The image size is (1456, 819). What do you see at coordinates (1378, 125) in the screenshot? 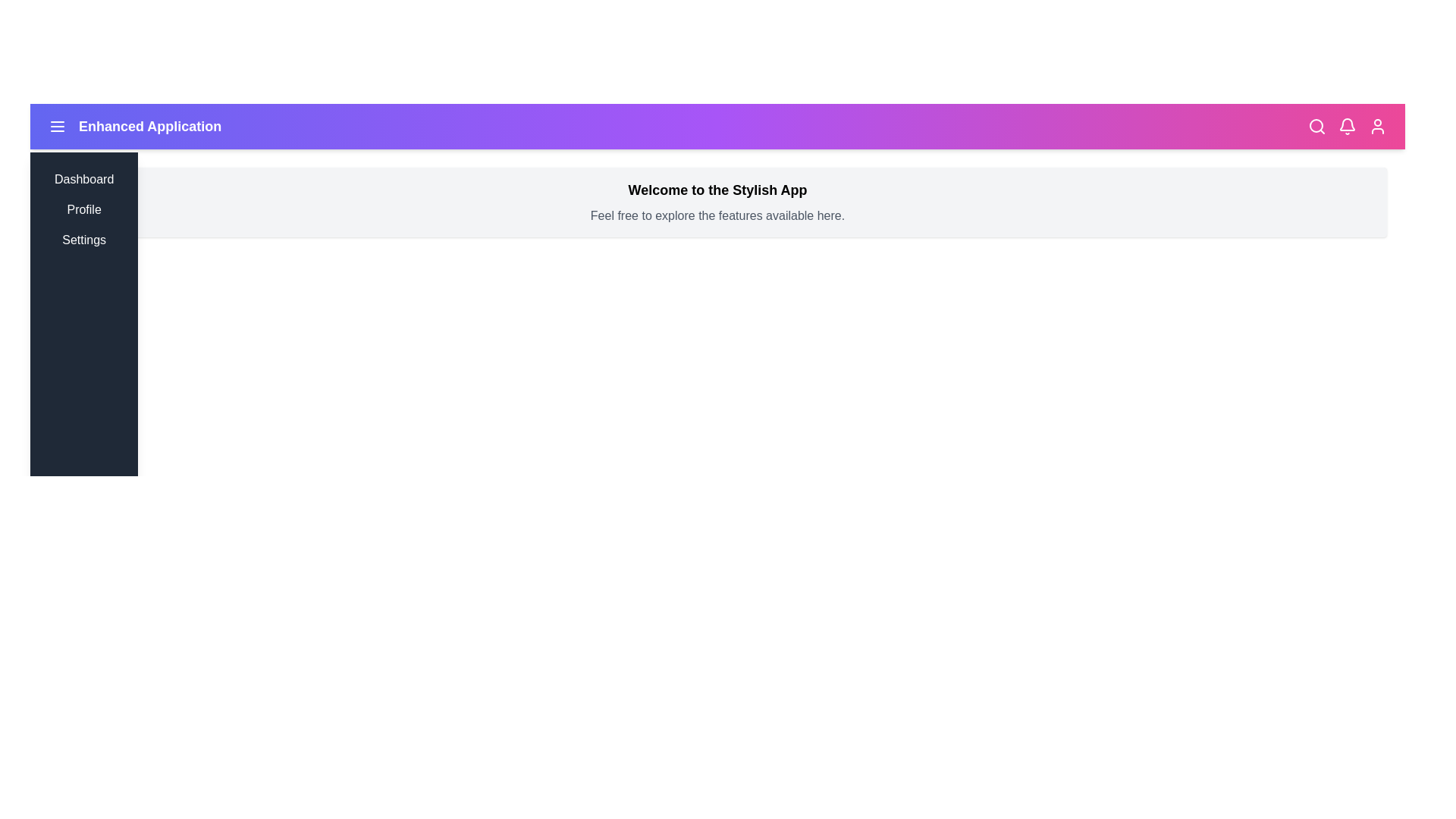
I see `the user profile icon in the top-right corner of the app bar` at bounding box center [1378, 125].